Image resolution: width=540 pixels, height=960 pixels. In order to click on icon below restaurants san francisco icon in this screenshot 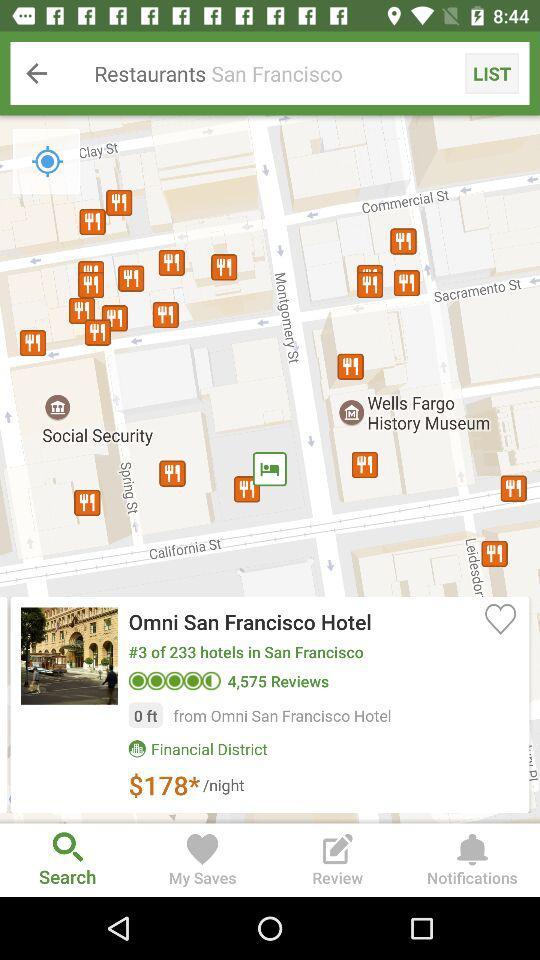, I will do `click(47, 160)`.